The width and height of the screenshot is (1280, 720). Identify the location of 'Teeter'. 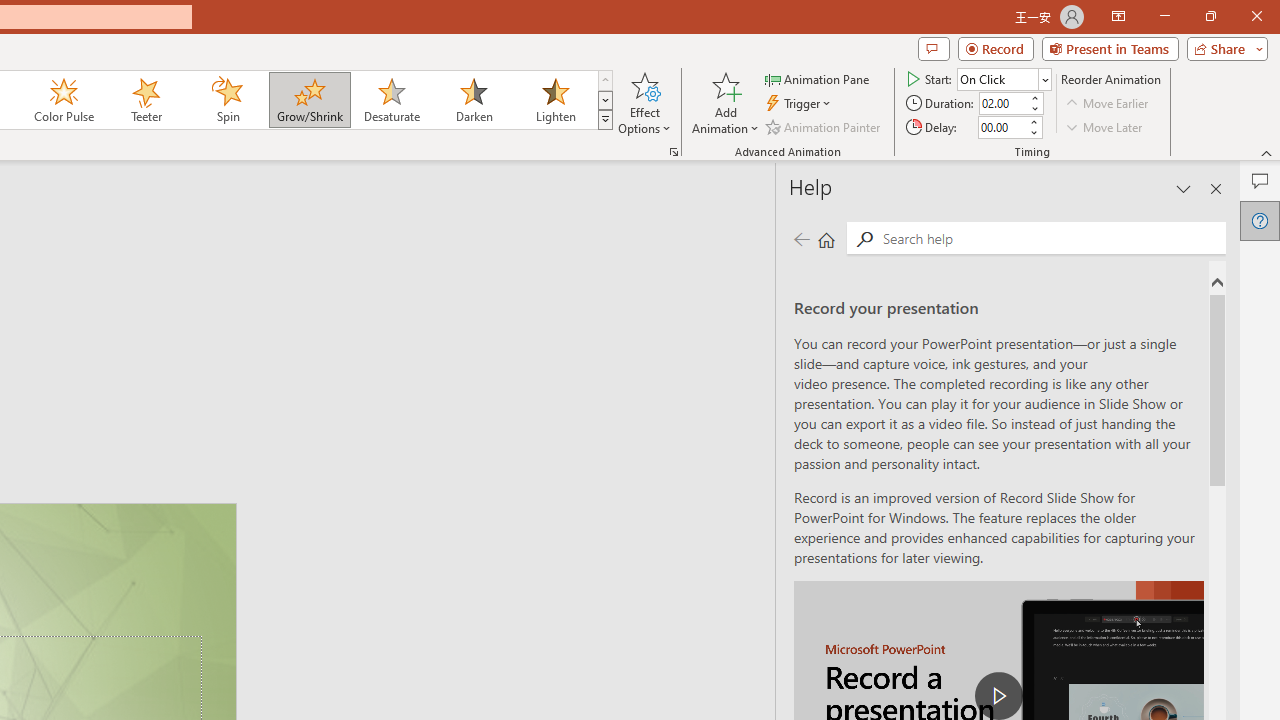
(144, 100).